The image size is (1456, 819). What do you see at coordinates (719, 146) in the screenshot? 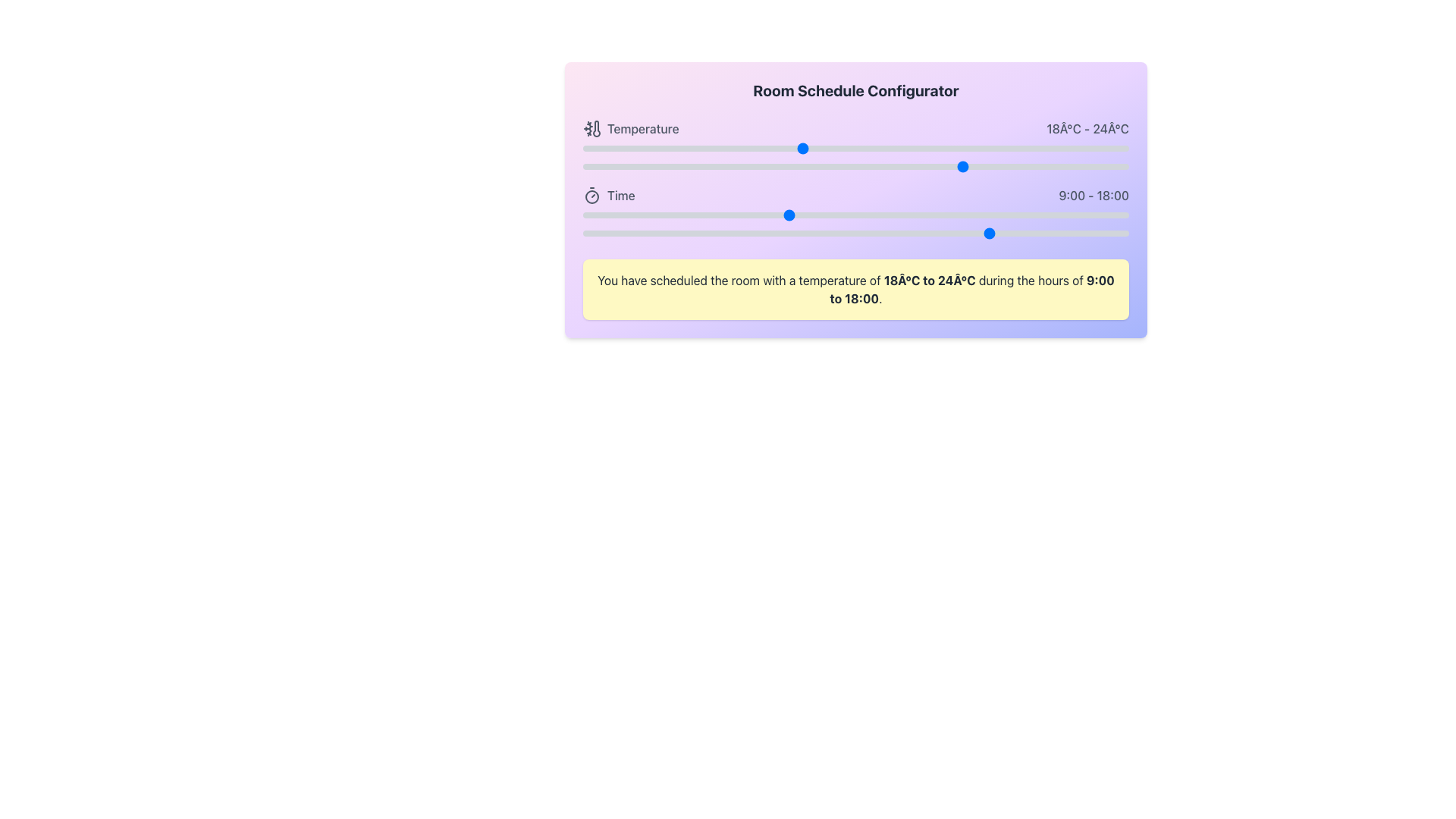
I see `the slider` at bounding box center [719, 146].